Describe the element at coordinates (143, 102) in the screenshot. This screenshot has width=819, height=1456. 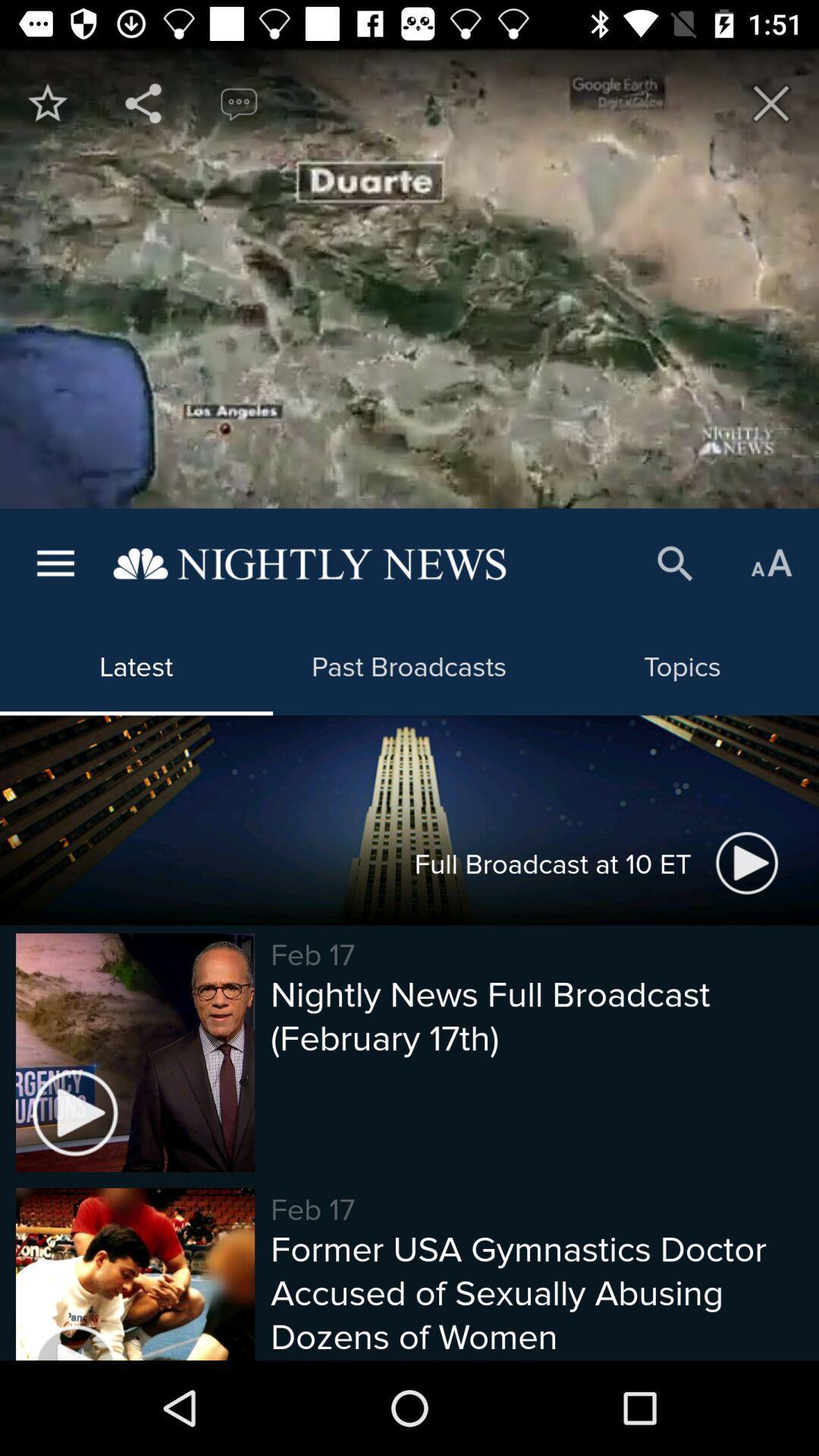
I see `share` at that location.